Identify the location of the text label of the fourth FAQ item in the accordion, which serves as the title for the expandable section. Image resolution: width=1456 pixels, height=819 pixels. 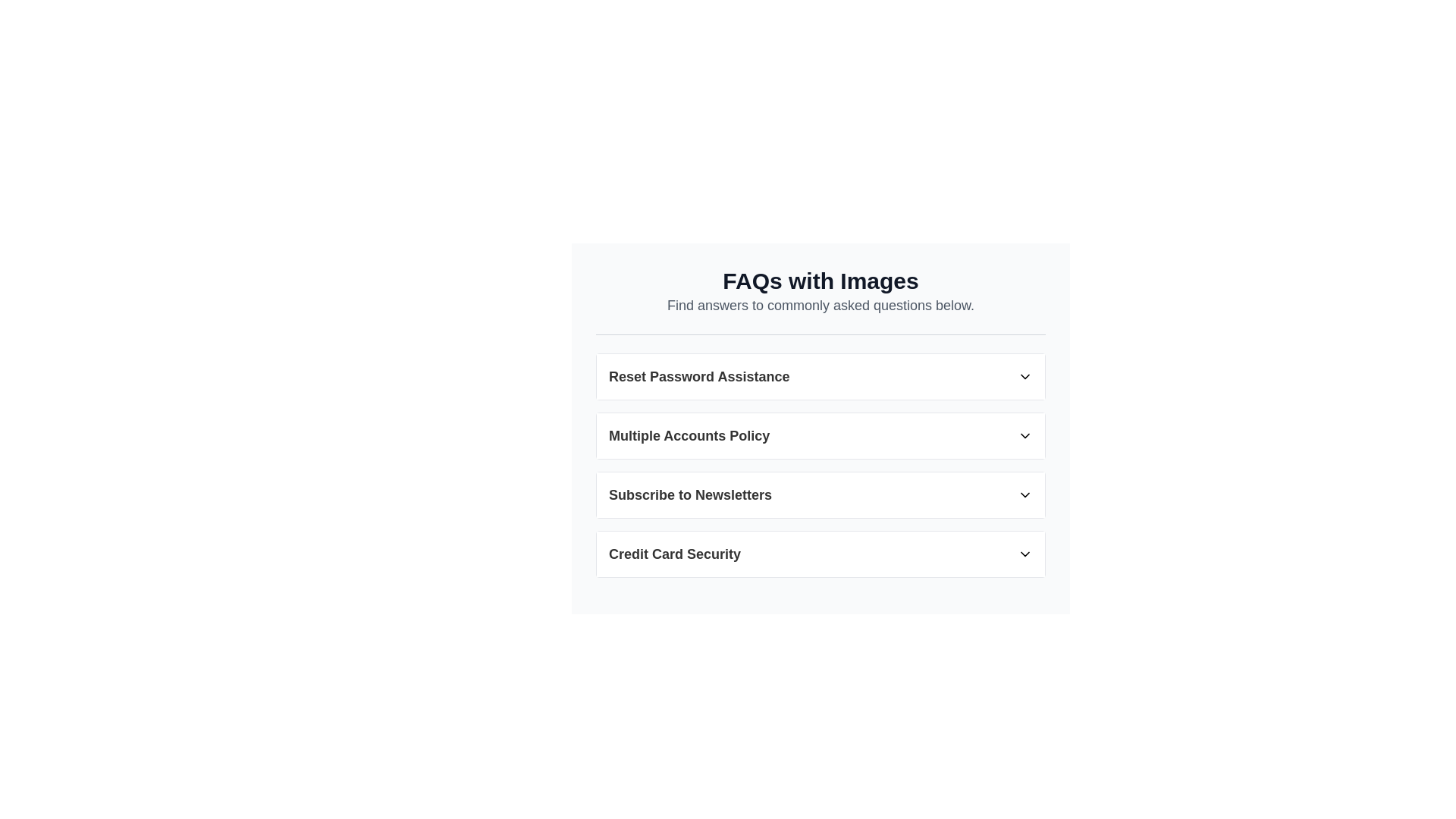
(674, 554).